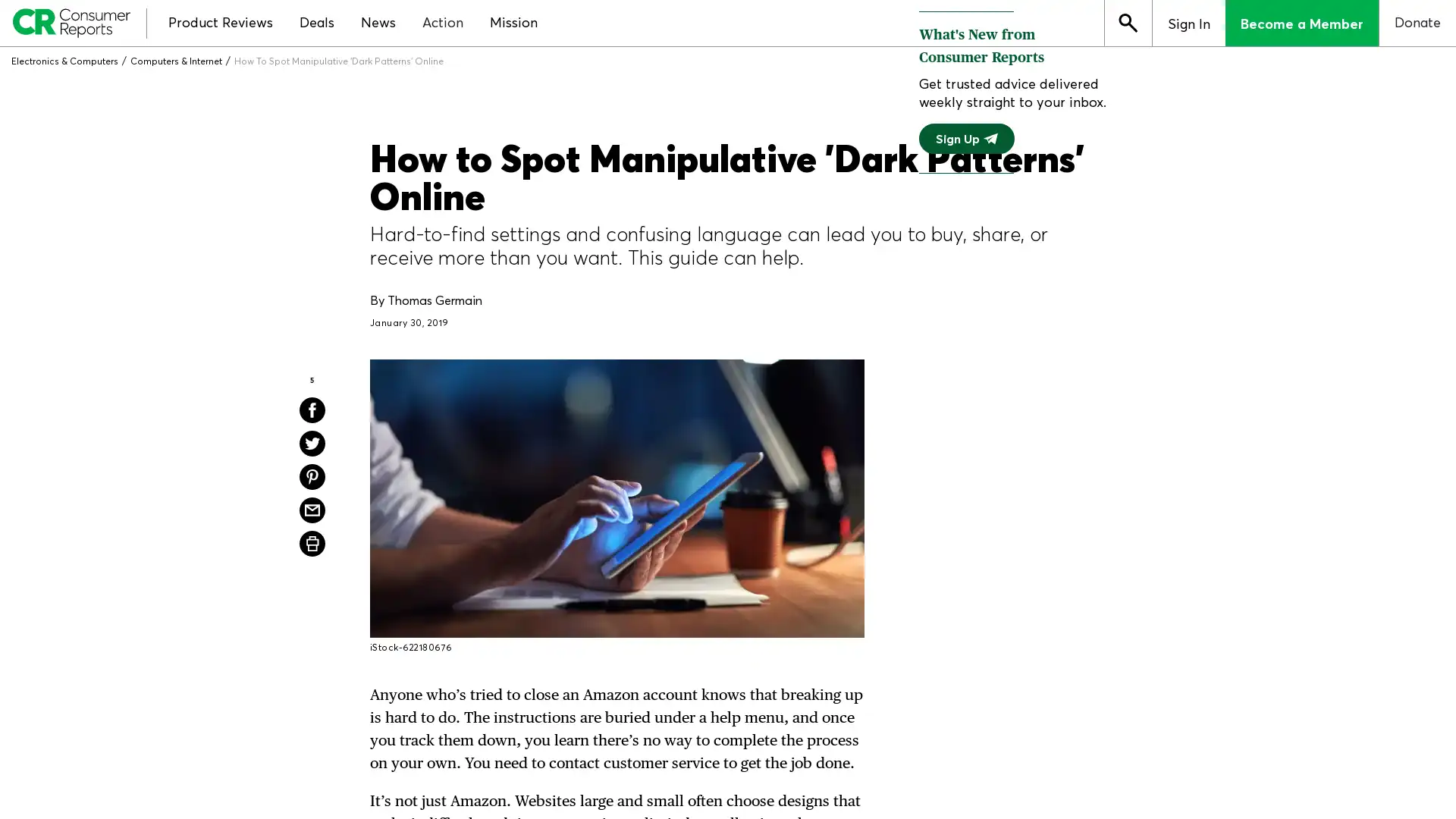  What do you see at coordinates (312, 543) in the screenshot?
I see `print article` at bounding box center [312, 543].